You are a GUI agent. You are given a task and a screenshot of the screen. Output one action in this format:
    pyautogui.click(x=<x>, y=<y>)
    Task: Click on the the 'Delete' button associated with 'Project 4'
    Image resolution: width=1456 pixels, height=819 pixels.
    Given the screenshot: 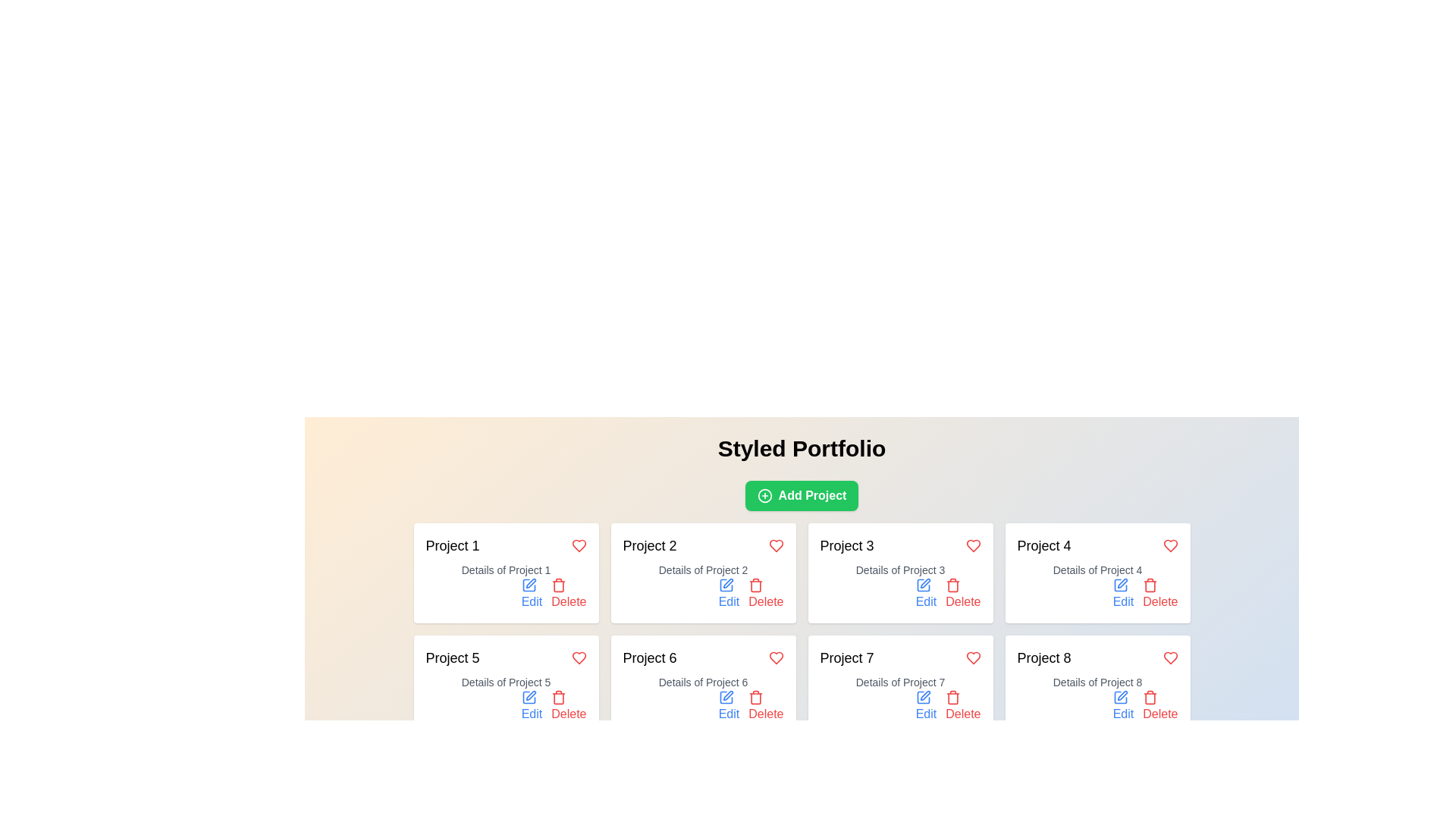 What is the action you would take?
    pyautogui.click(x=1150, y=585)
    